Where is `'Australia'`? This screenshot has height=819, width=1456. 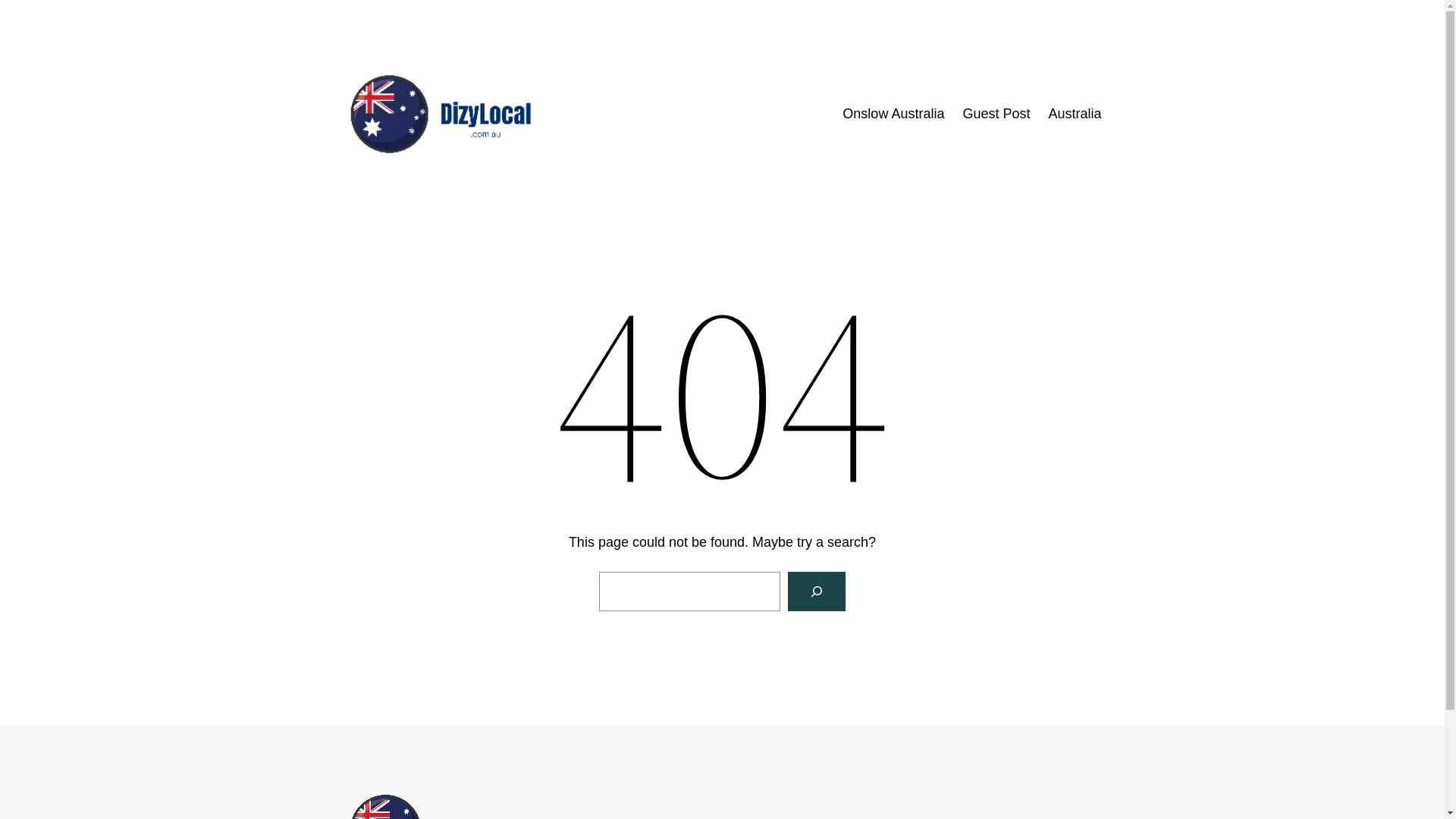 'Australia' is located at coordinates (1047, 113).